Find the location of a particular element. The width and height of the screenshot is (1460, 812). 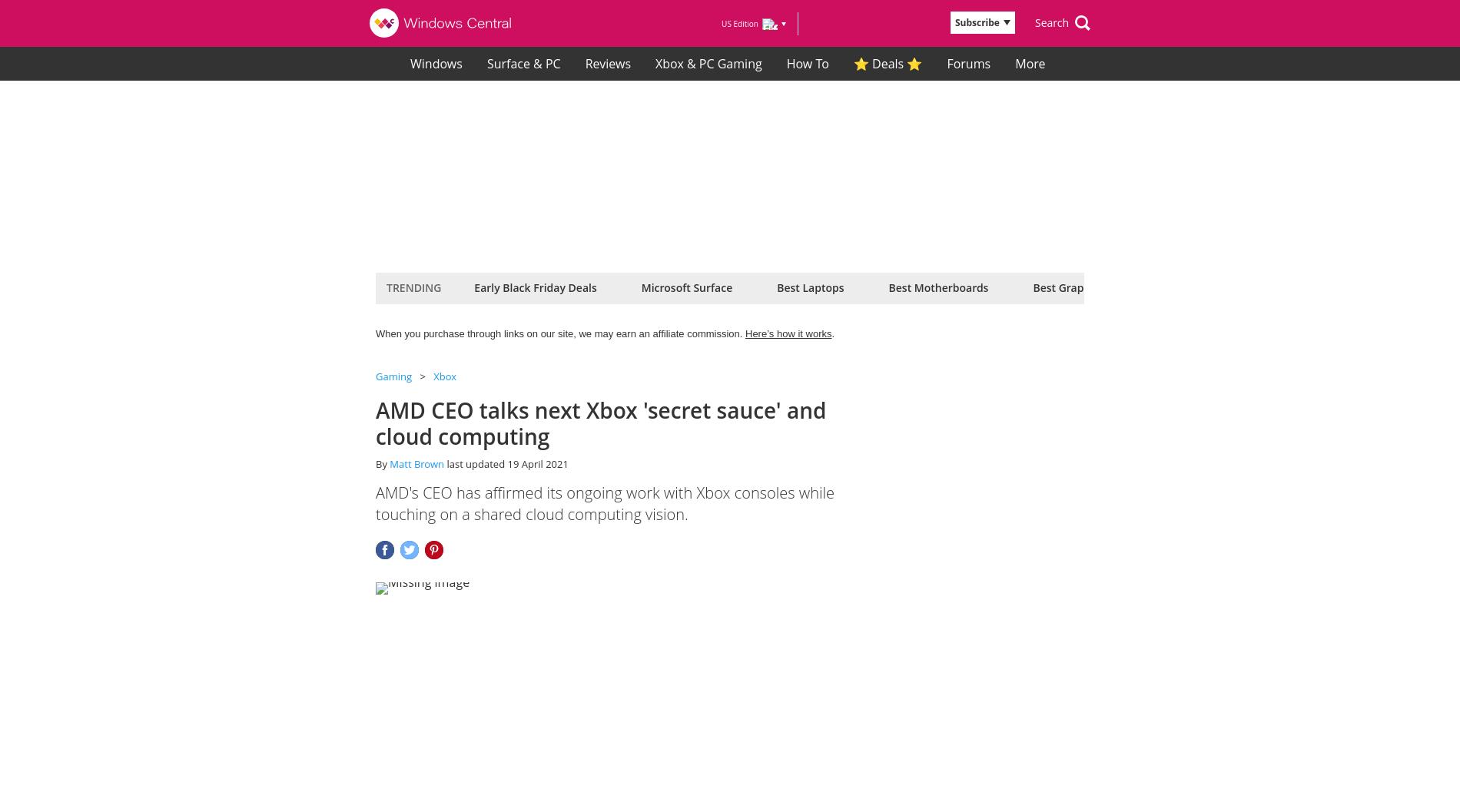

'By' is located at coordinates (382, 462).